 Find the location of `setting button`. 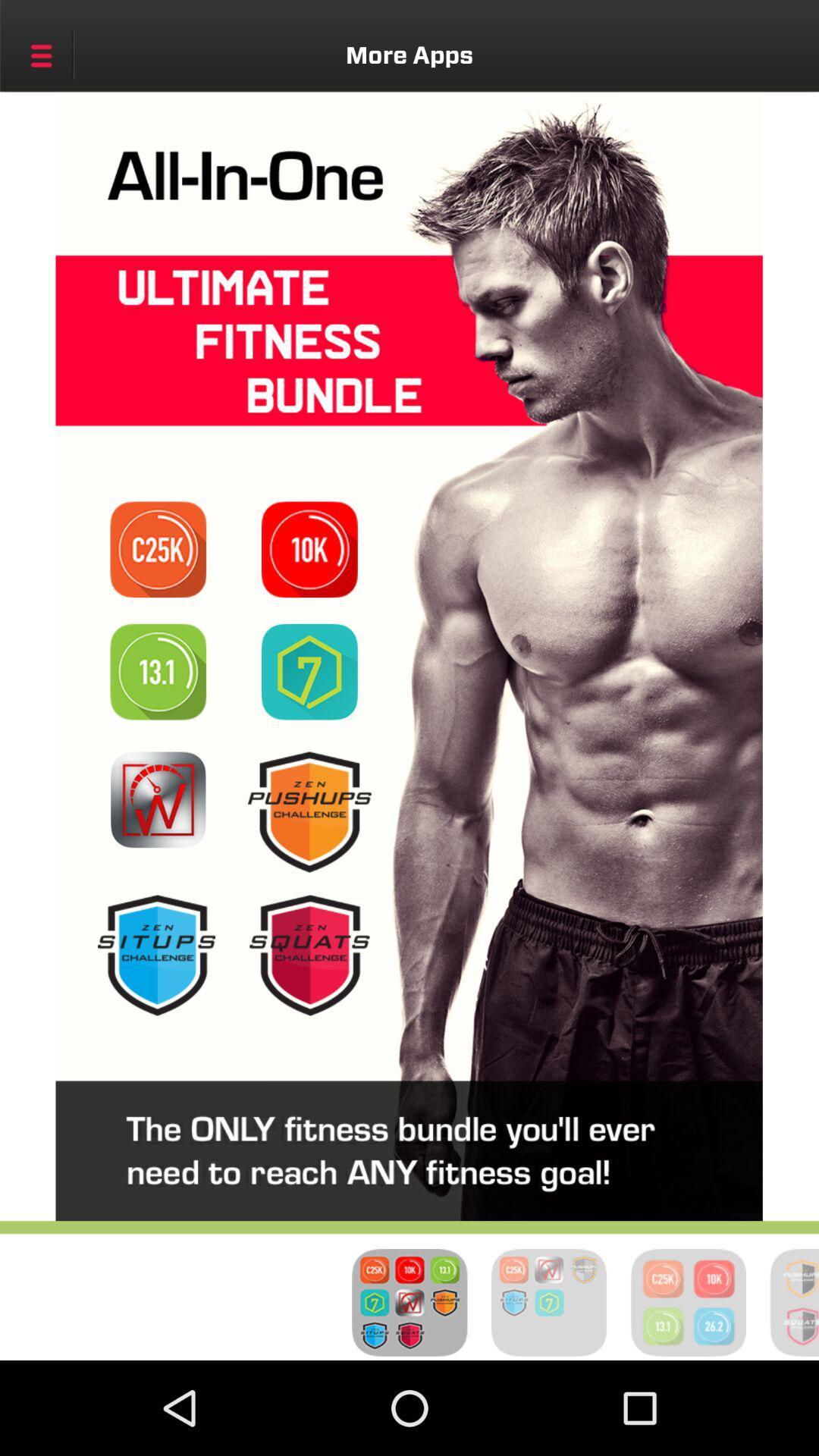

setting button is located at coordinates (40, 55).